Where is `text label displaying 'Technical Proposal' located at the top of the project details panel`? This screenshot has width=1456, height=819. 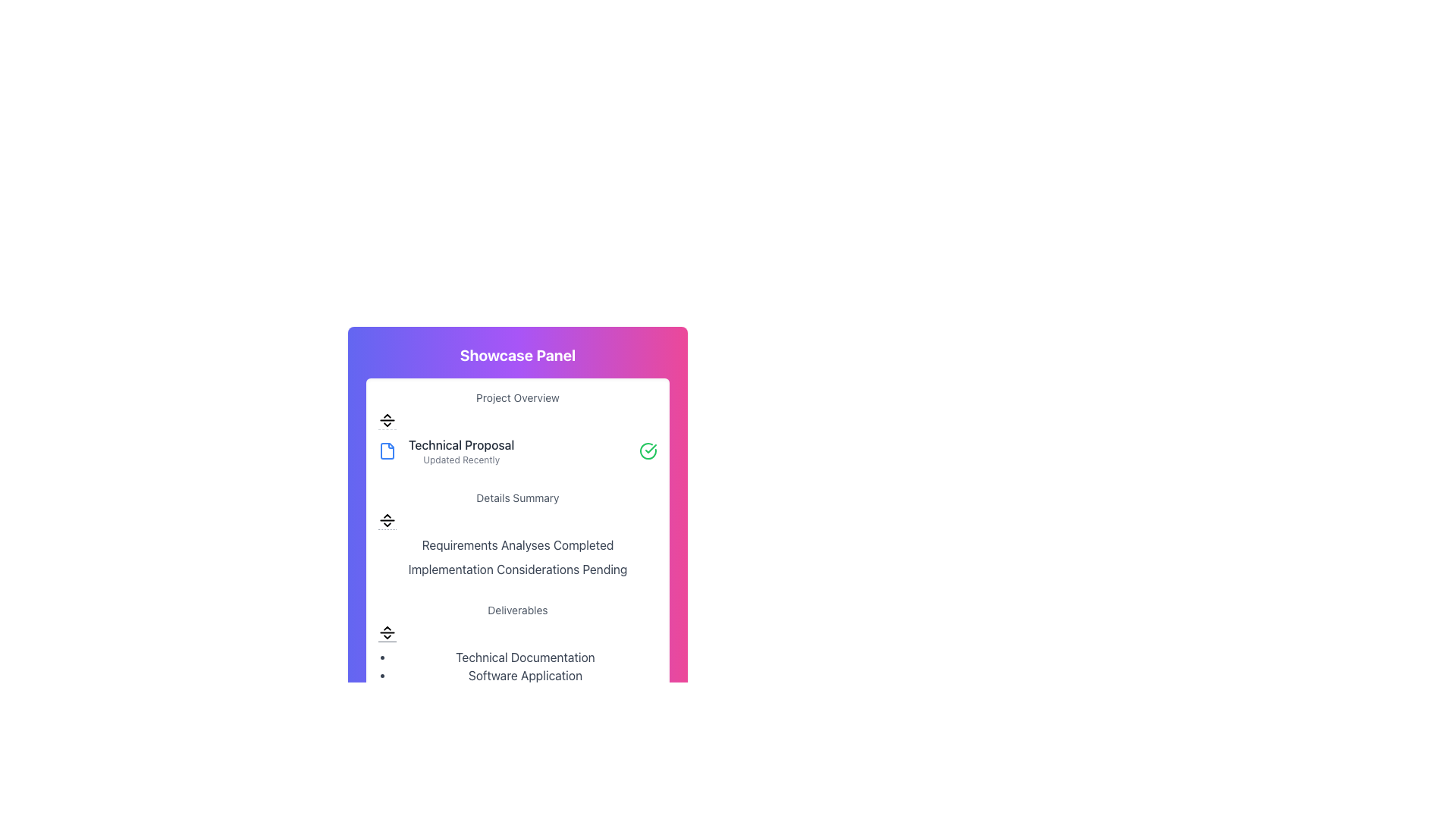
text label displaying 'Technical Proposal' located at the top of the project details panel is located at coordinates (460, 444).